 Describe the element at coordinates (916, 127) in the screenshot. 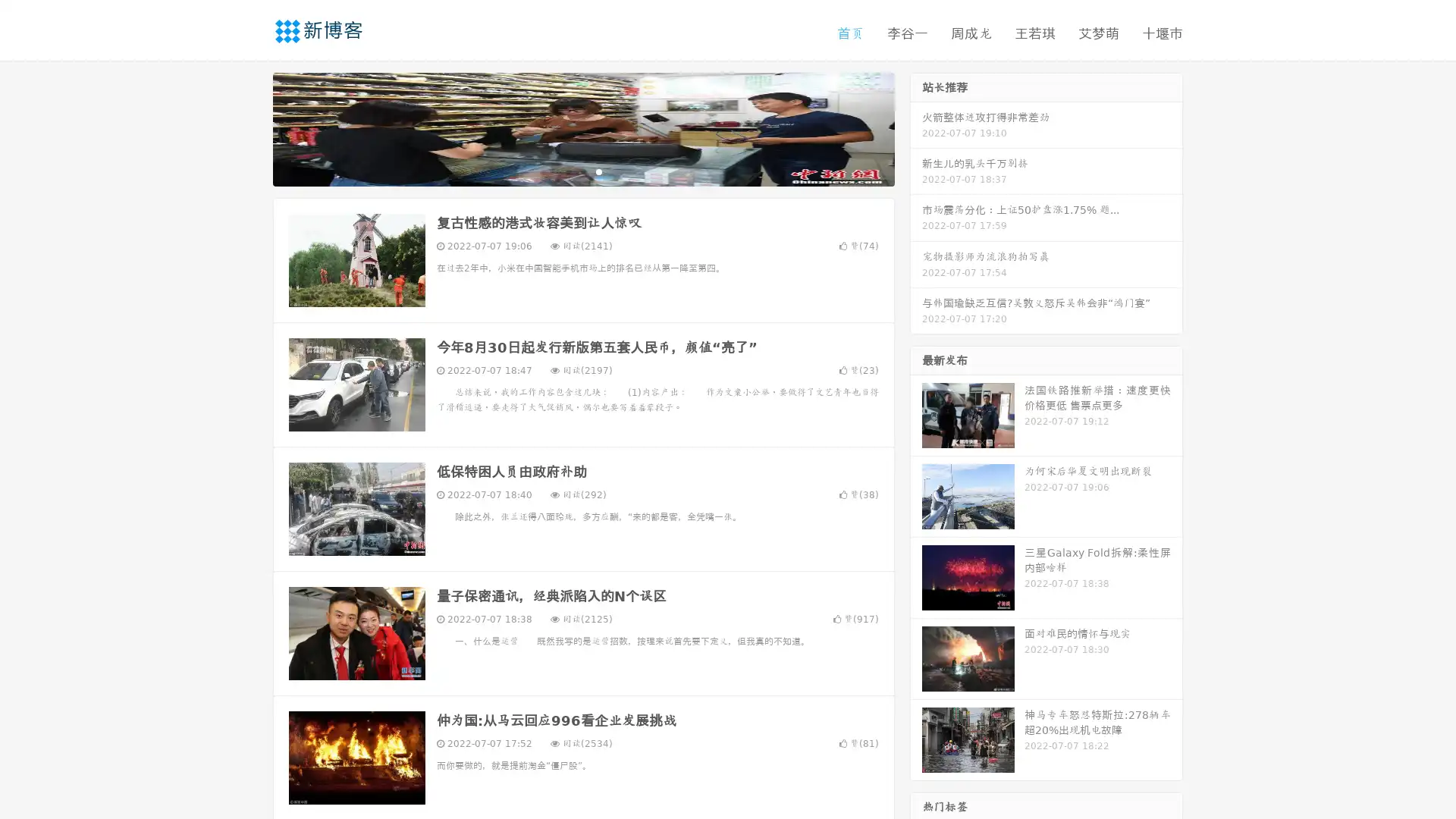

I see `Next slide` at that location.